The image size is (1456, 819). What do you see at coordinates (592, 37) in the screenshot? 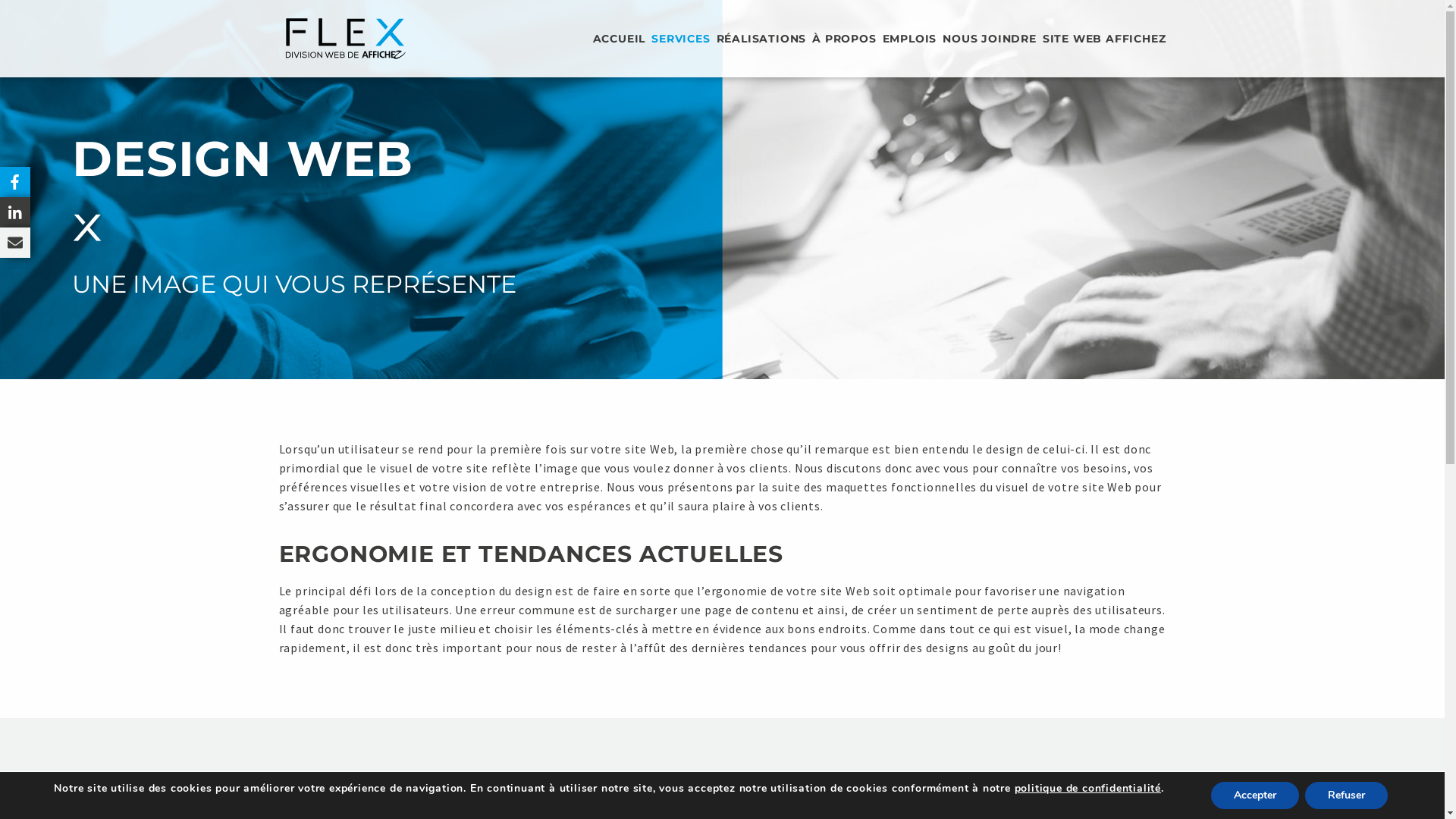
I see `'ACCUEIL'` at bounding box center [592, 37].